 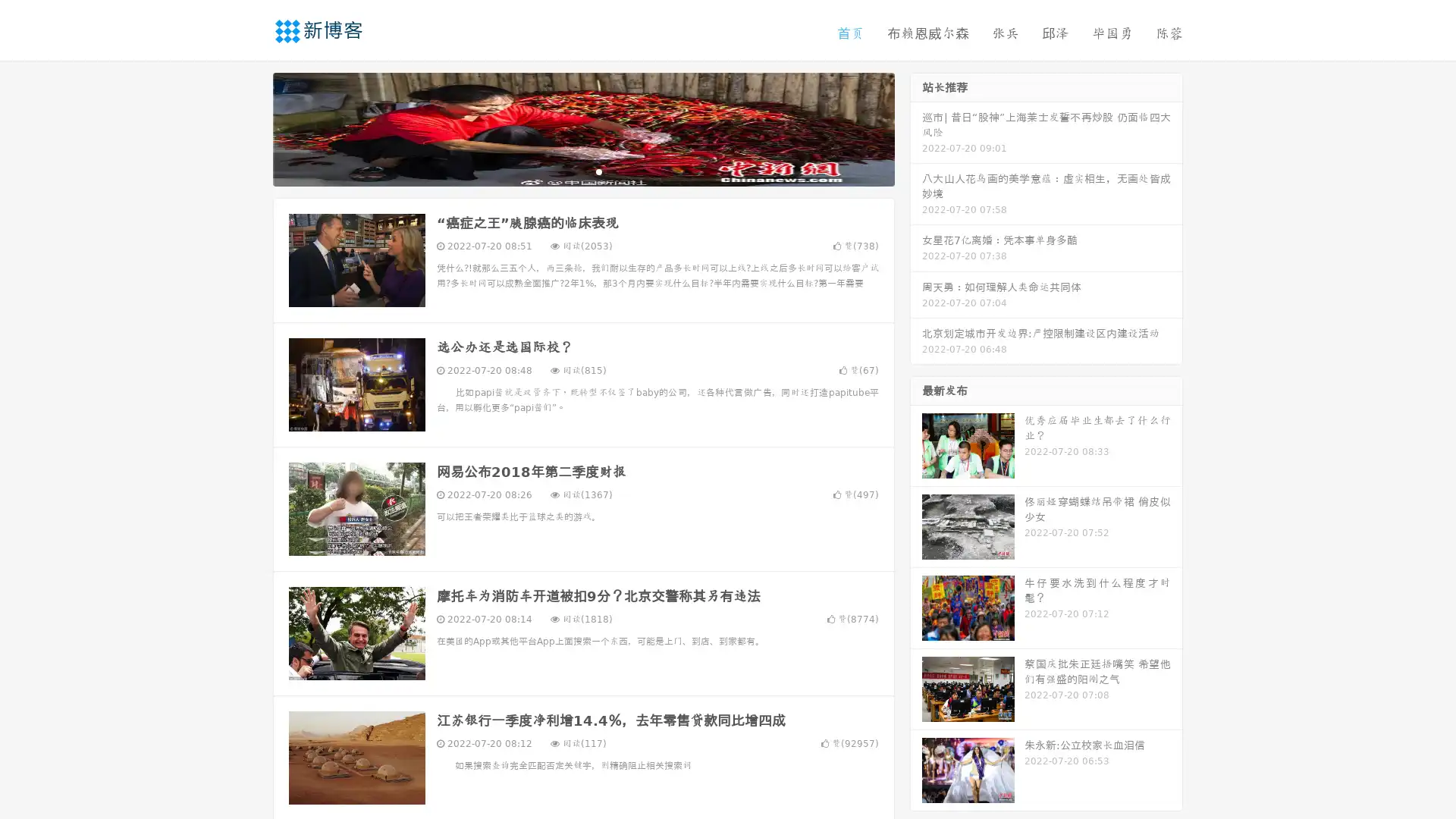 I want to click on Go to slide 3, so click(x=598, y=171).